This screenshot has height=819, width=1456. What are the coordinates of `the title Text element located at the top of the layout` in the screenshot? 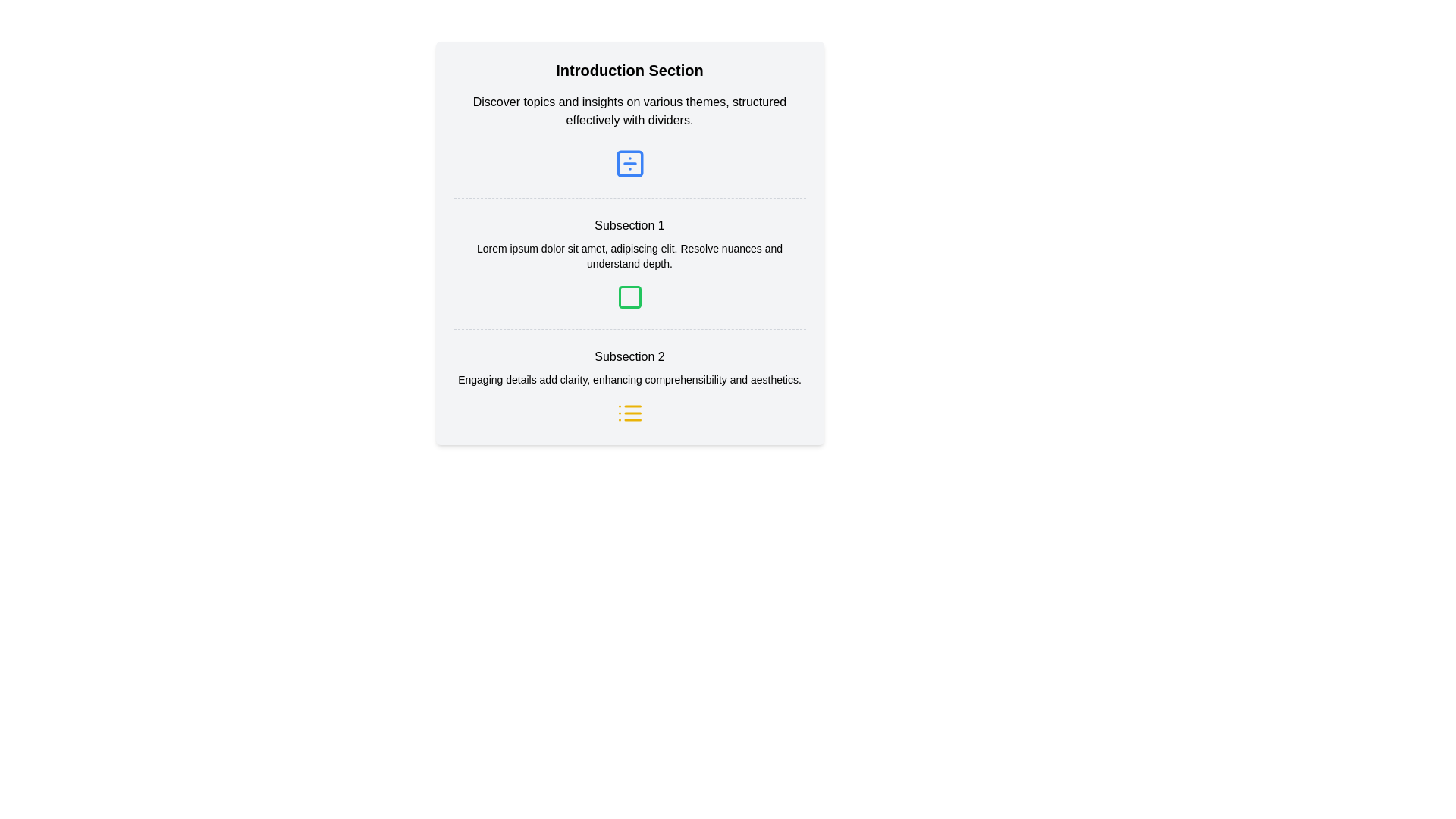 It's located at (629, 70).